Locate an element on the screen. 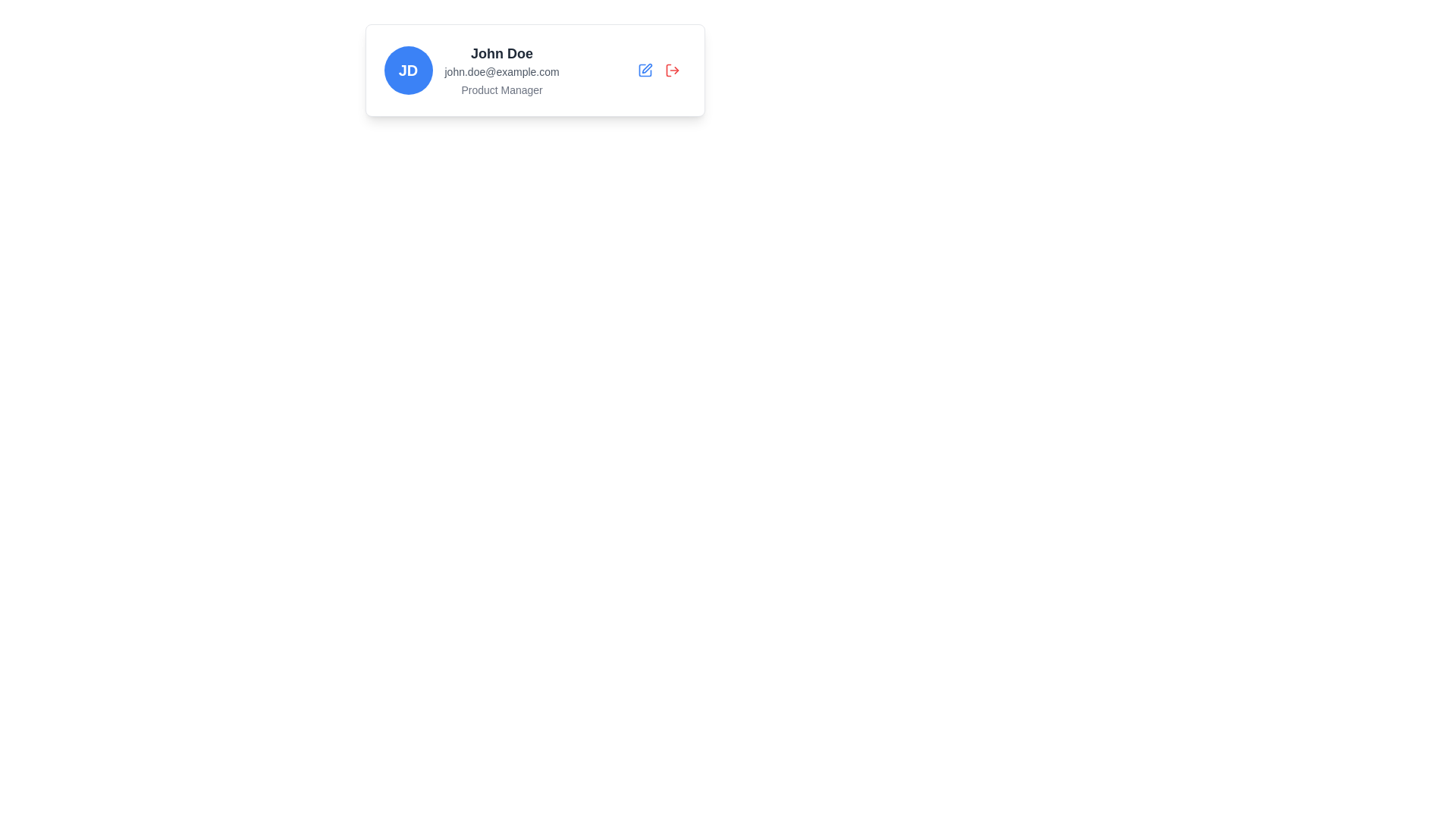  the red logout icon button located at the far-right of the interaction bar on the user information card is located at coordinates (671, 70).